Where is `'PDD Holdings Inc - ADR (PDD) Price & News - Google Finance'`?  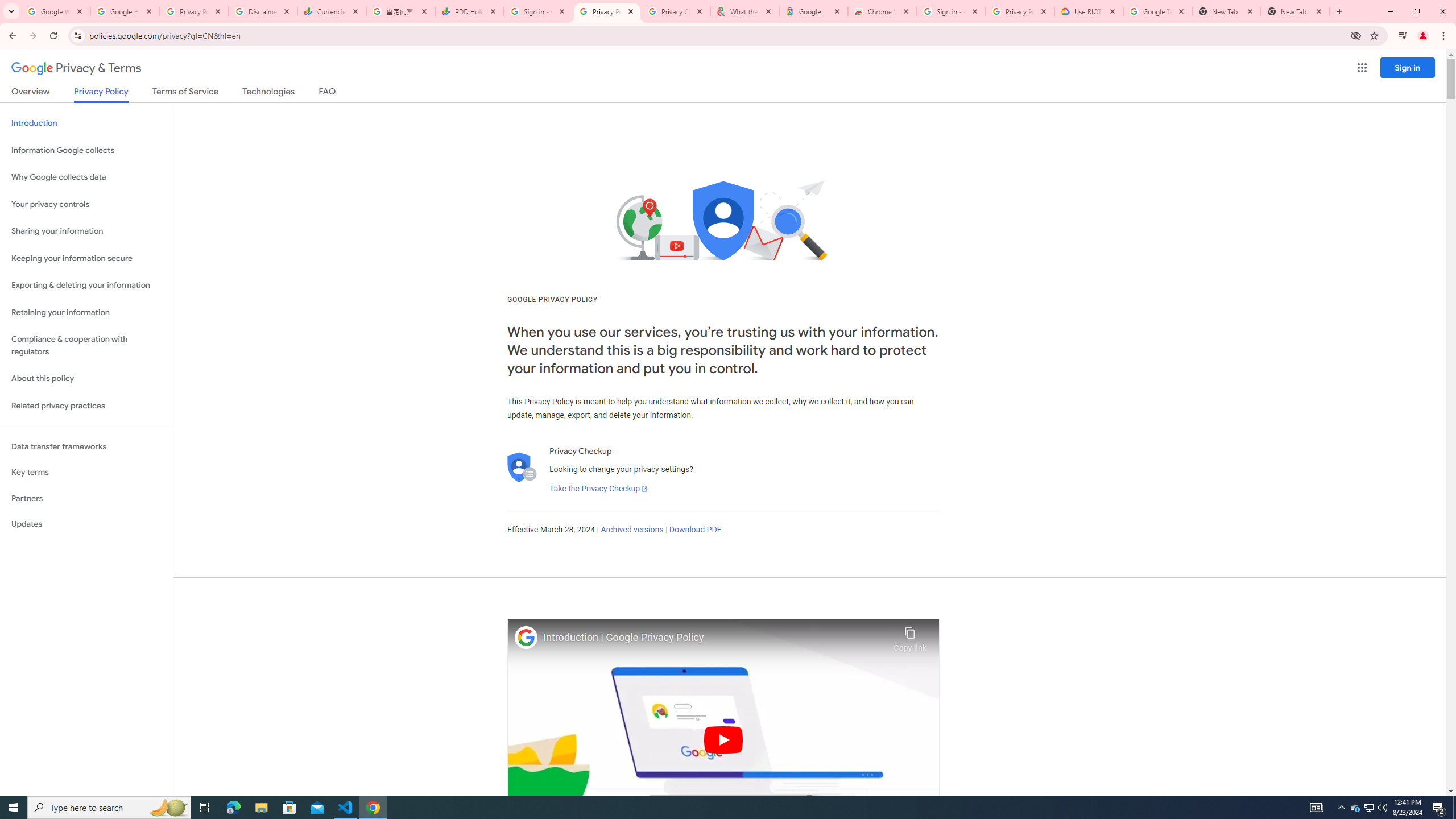 'PDD Holdings Inc - ADR (PDD) Price & News - Google Finance' is located at coordinates (469, 11).